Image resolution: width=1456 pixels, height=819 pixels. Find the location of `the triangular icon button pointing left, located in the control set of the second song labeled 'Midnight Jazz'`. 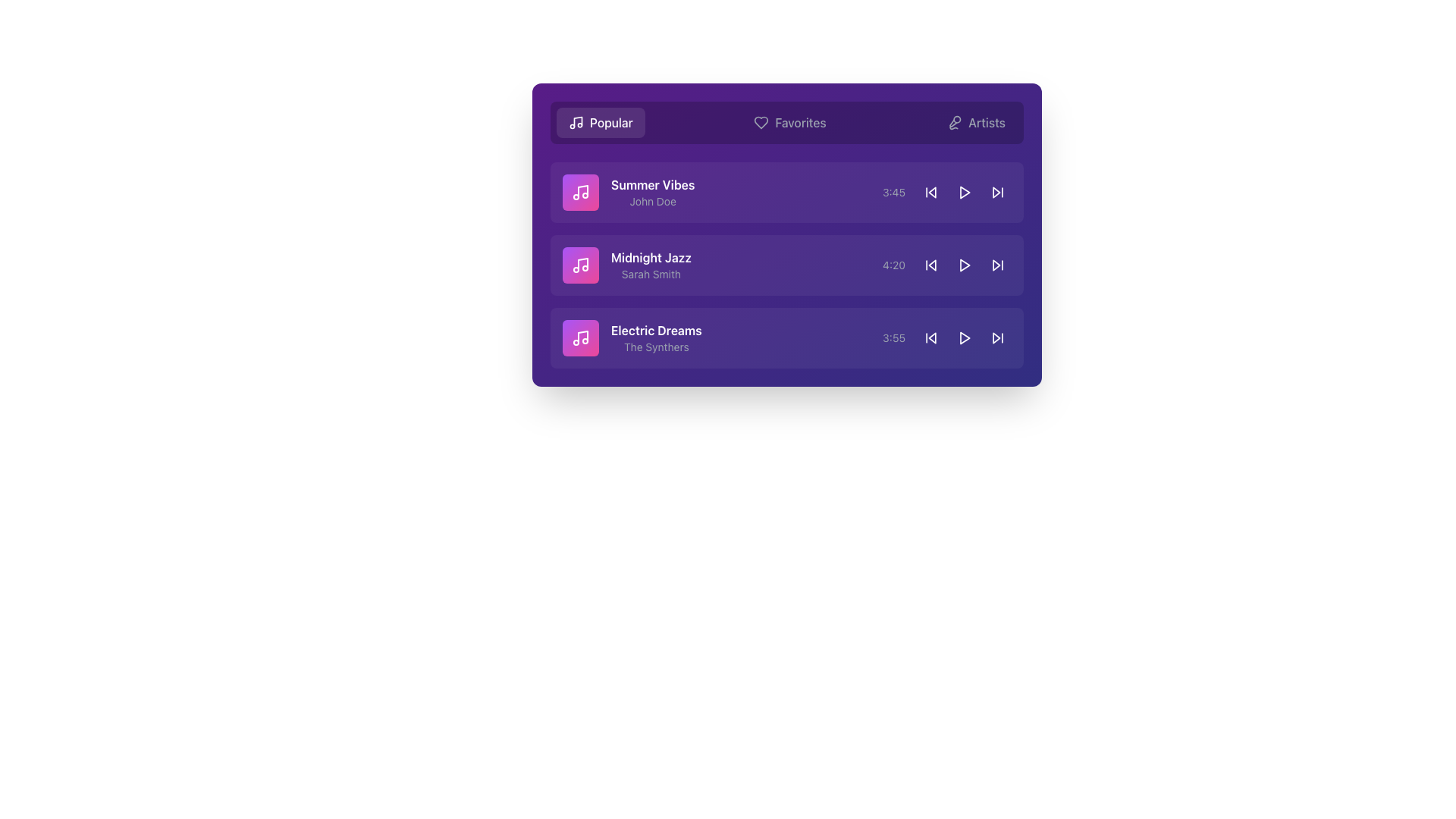

the triangular icon button pointing left, located in the control set of the second song labeled 'Midnight Jazz' is located at coordinates (931, 265).